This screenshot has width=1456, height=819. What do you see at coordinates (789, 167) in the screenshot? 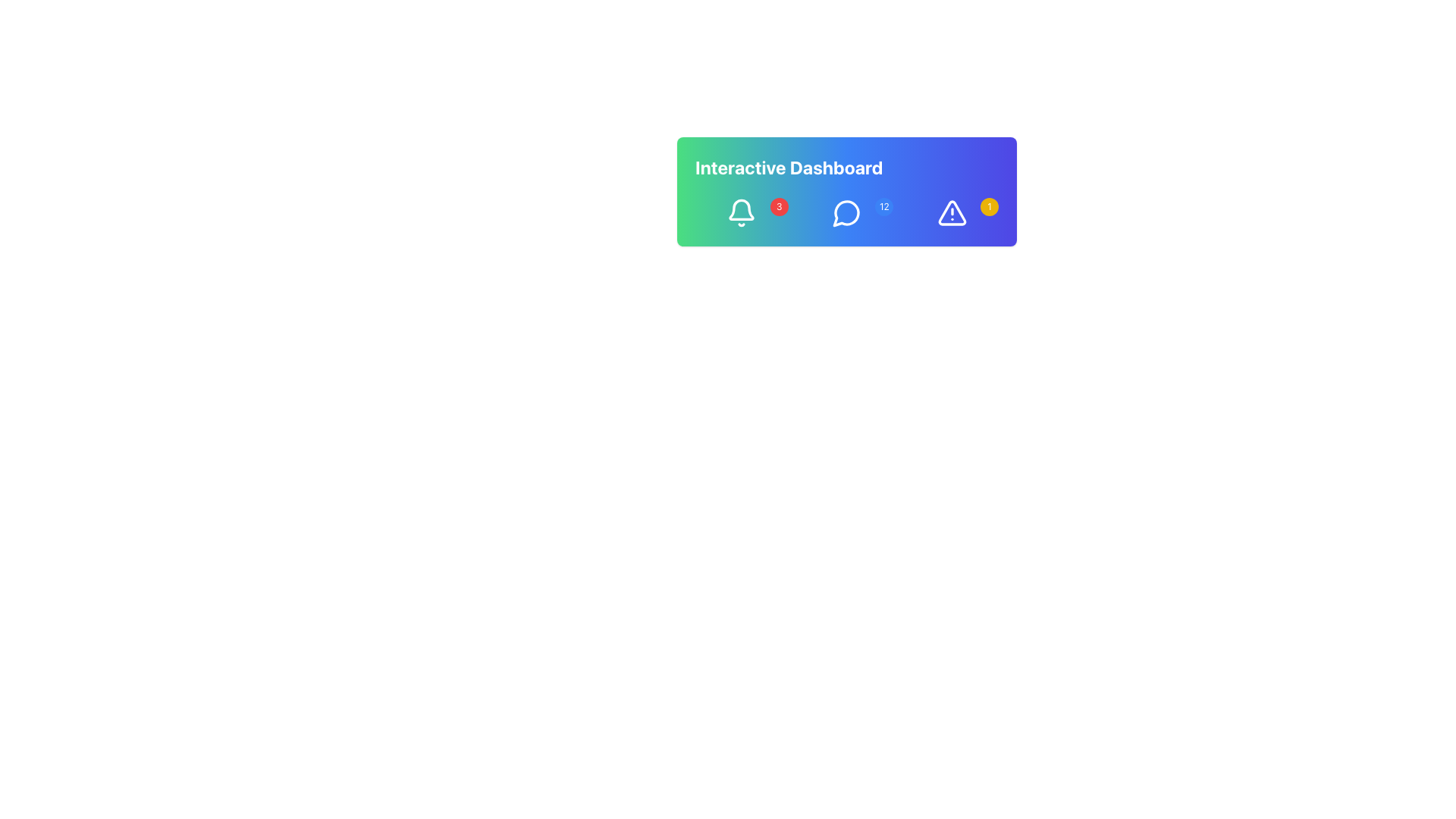
I see `the text label displaying 'Interactive Dashboard' in bold font located on the left side of the header section` at bounding box center [789, 167].